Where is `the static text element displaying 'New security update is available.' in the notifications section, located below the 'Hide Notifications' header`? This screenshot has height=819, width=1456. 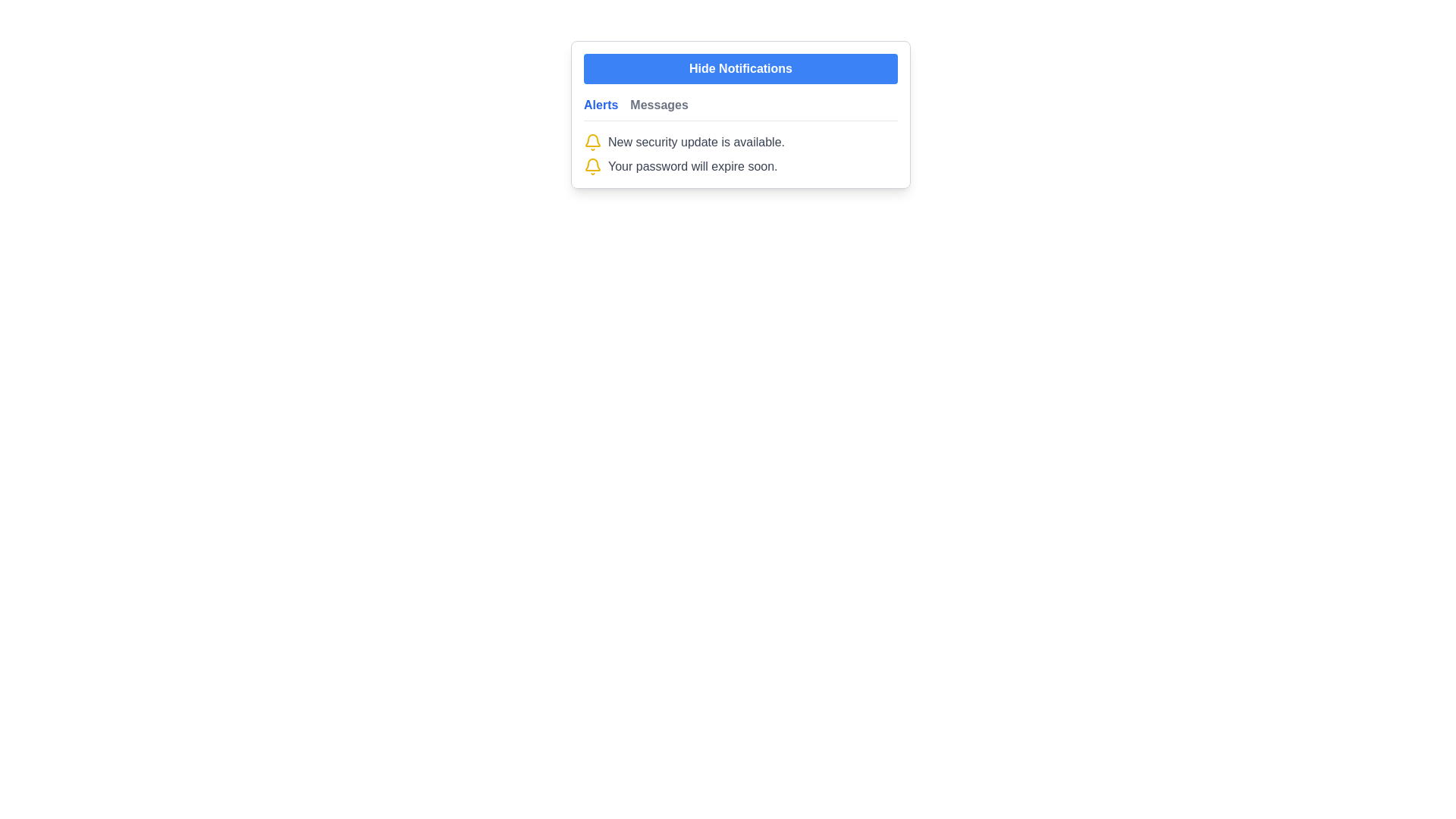
the static text element displaying 'New security update is available.' in the notifications section, located below the 'Hide Notifications' header is located at coordinates (695, 143).